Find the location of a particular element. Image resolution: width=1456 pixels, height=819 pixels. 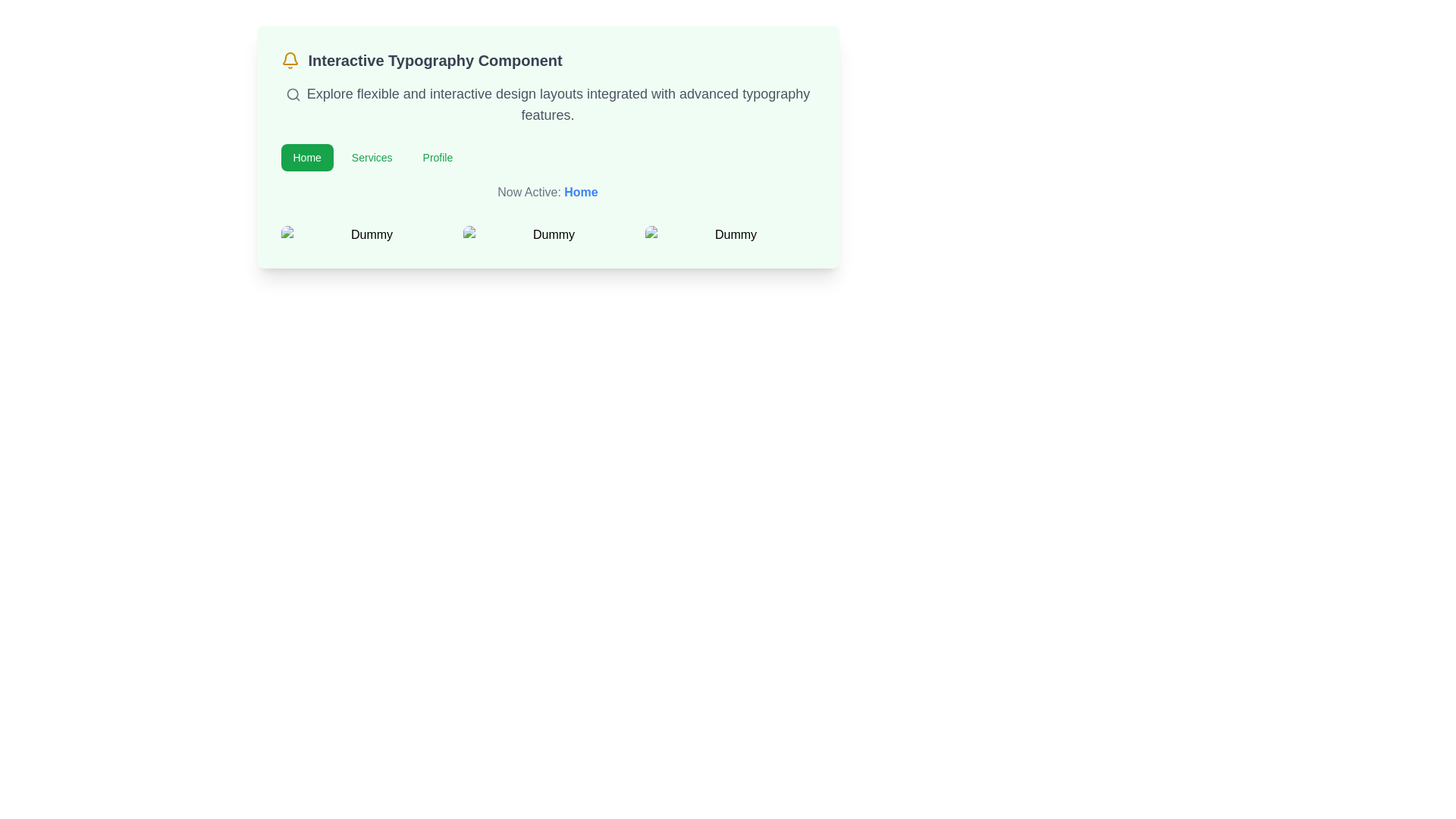

the 'Profile' button, which is the third button in a row of three buttons labeled 'Home', 'Services', and 'Profile' is located at coordinates (437, 158).